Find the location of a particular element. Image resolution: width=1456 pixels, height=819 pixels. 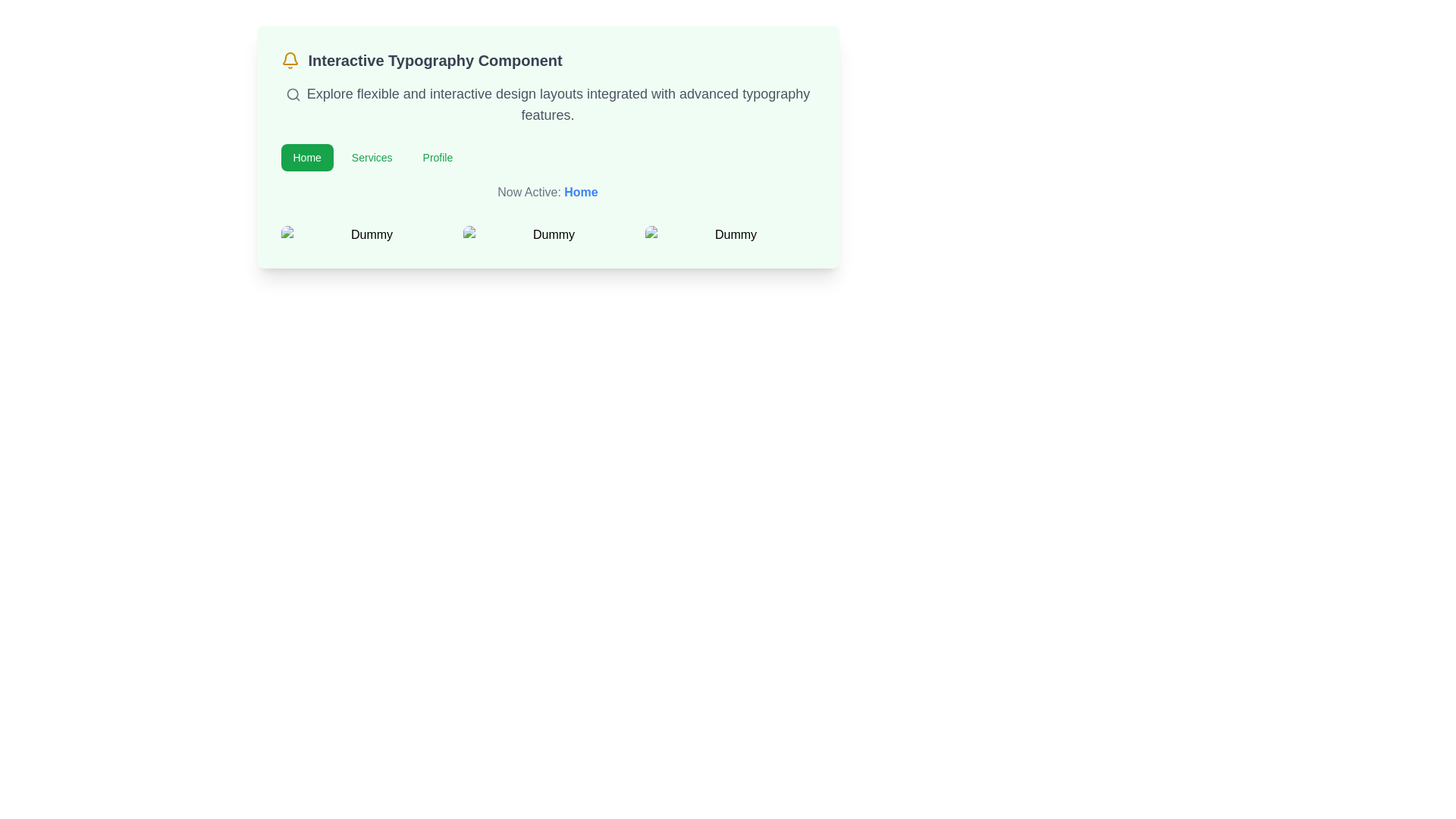

the 'Profile' button, which is the third button in a row of three buttons labeled 'Home', 'Services', and 'Profile' is located at coordinates (437, 158).